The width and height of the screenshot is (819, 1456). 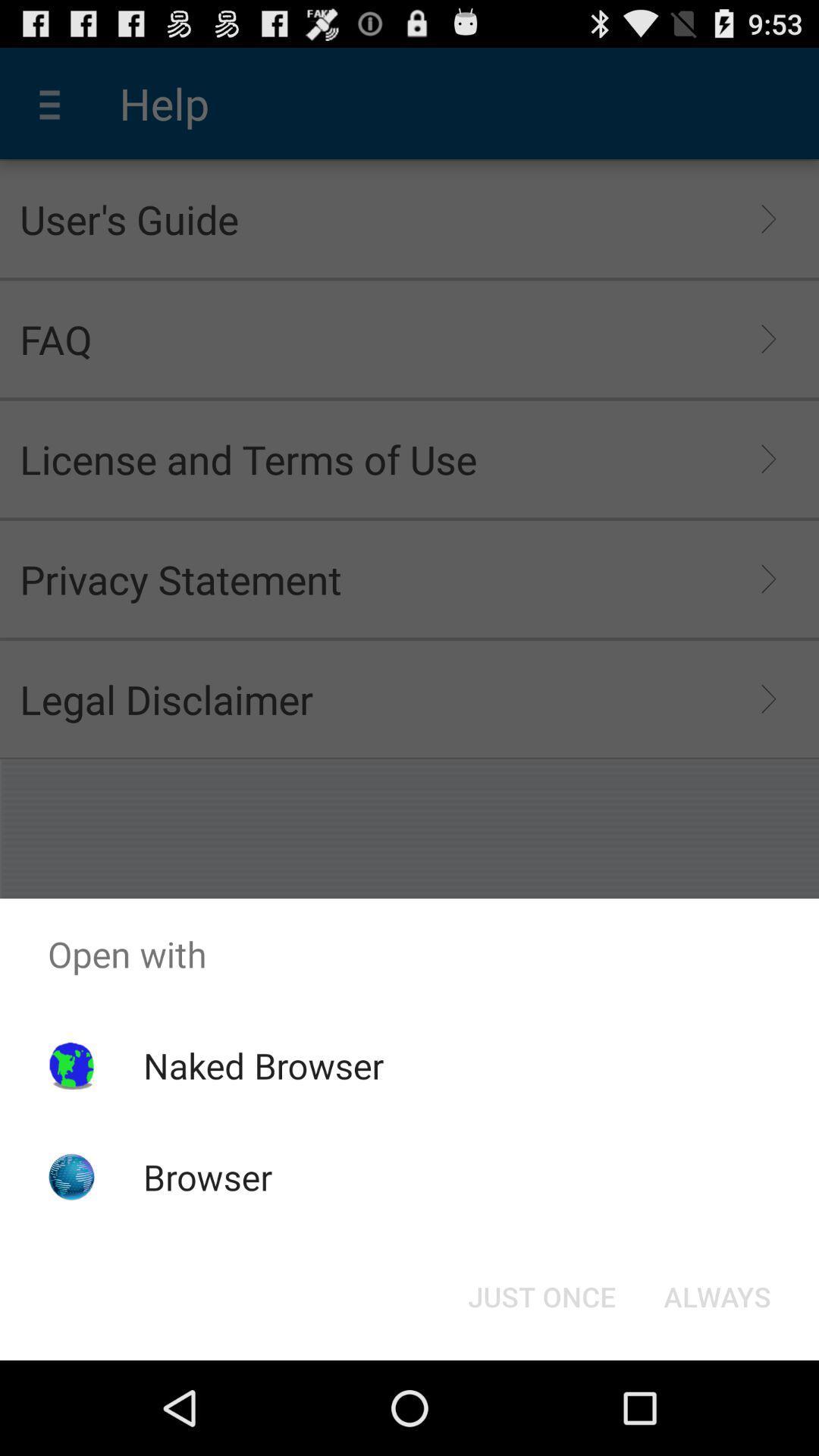 I want to click on the always, so click(x=717, y=1295).